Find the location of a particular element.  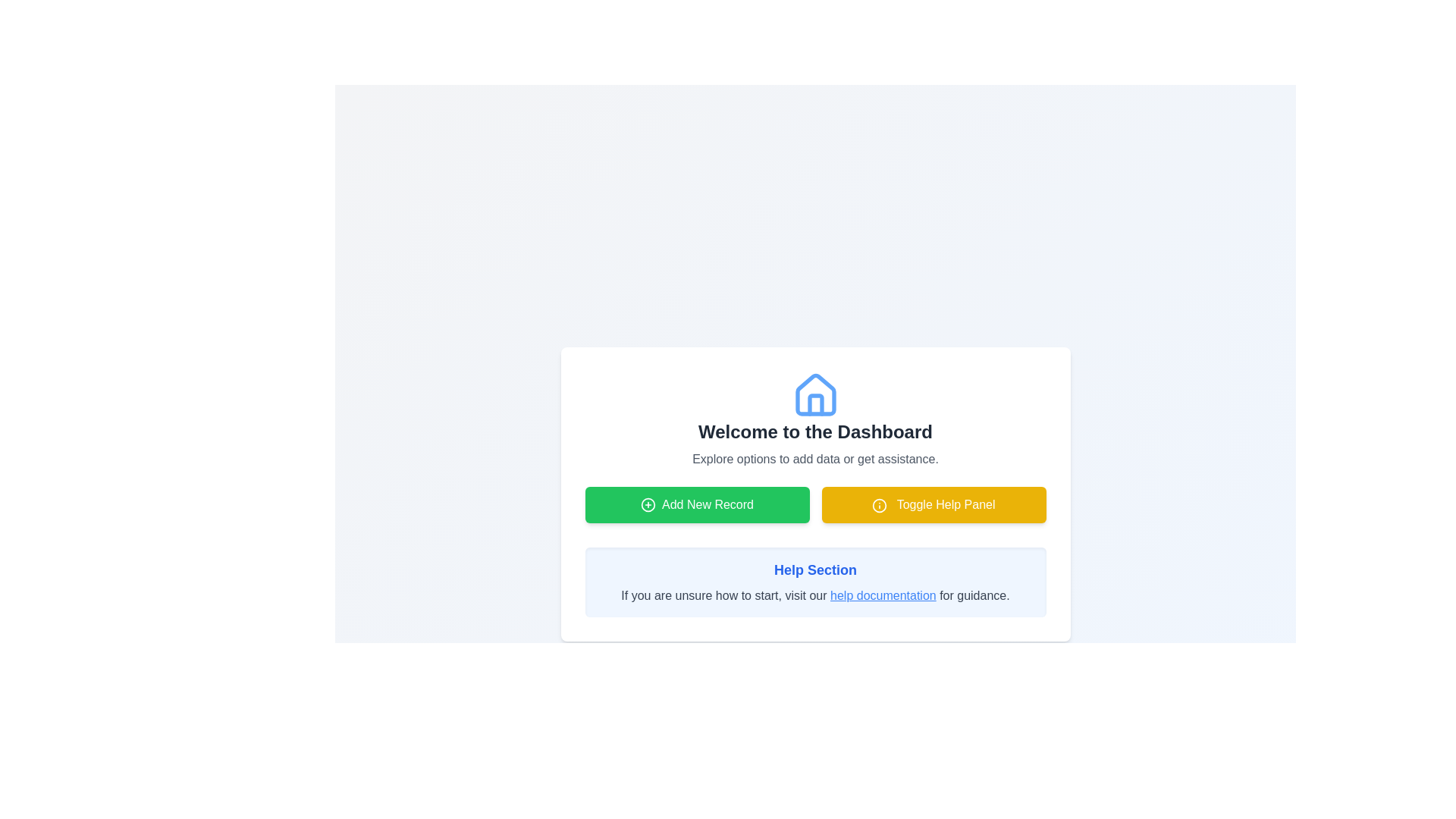

the circular icon with a green outline and a plus sign inside, located to the left of the yellow button labeled 'Toggle Help Panel', within the central panel of the interface is located at coordinates (648, 505).